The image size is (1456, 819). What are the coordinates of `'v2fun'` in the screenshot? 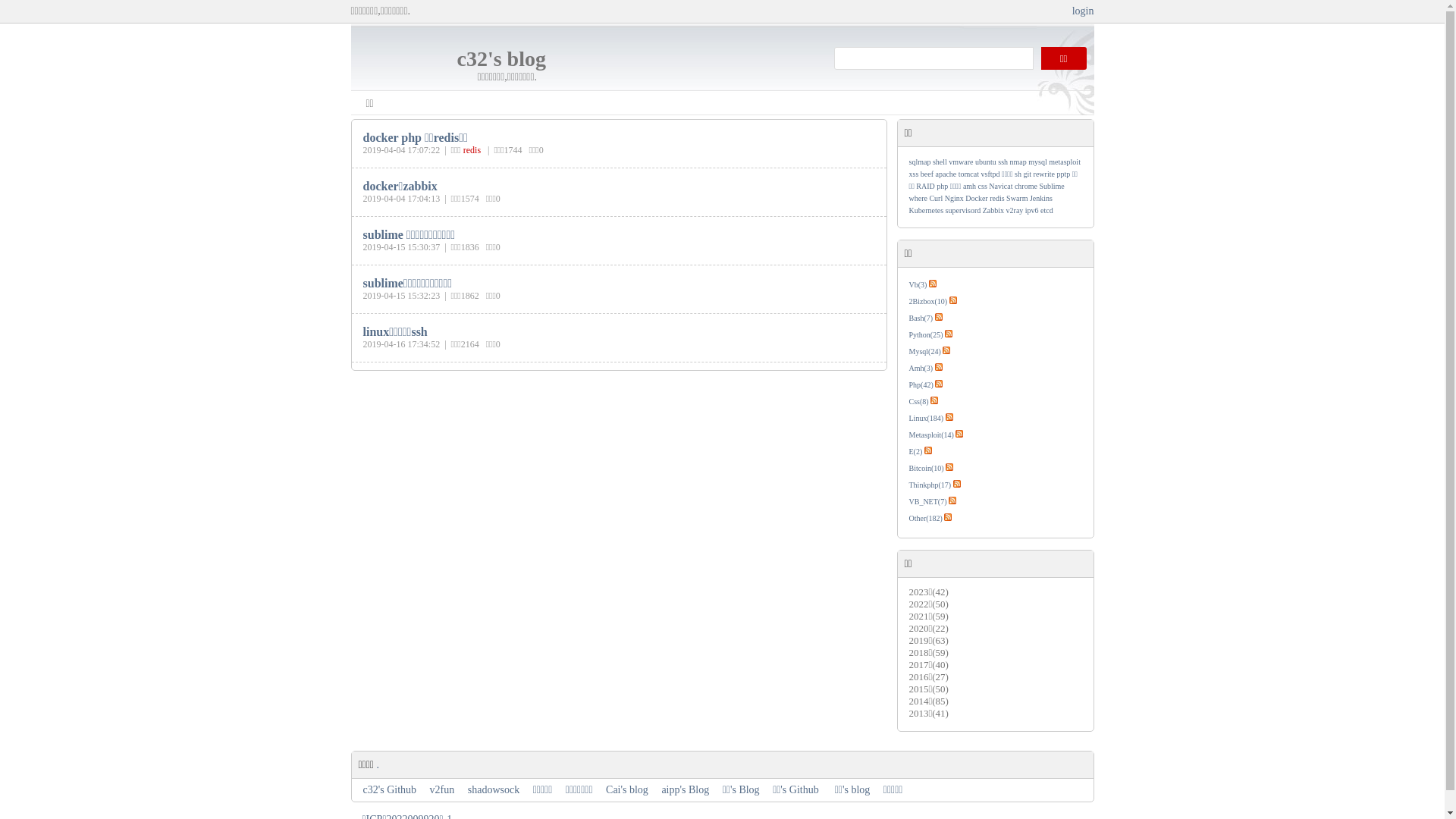 It's located at (441, 789).